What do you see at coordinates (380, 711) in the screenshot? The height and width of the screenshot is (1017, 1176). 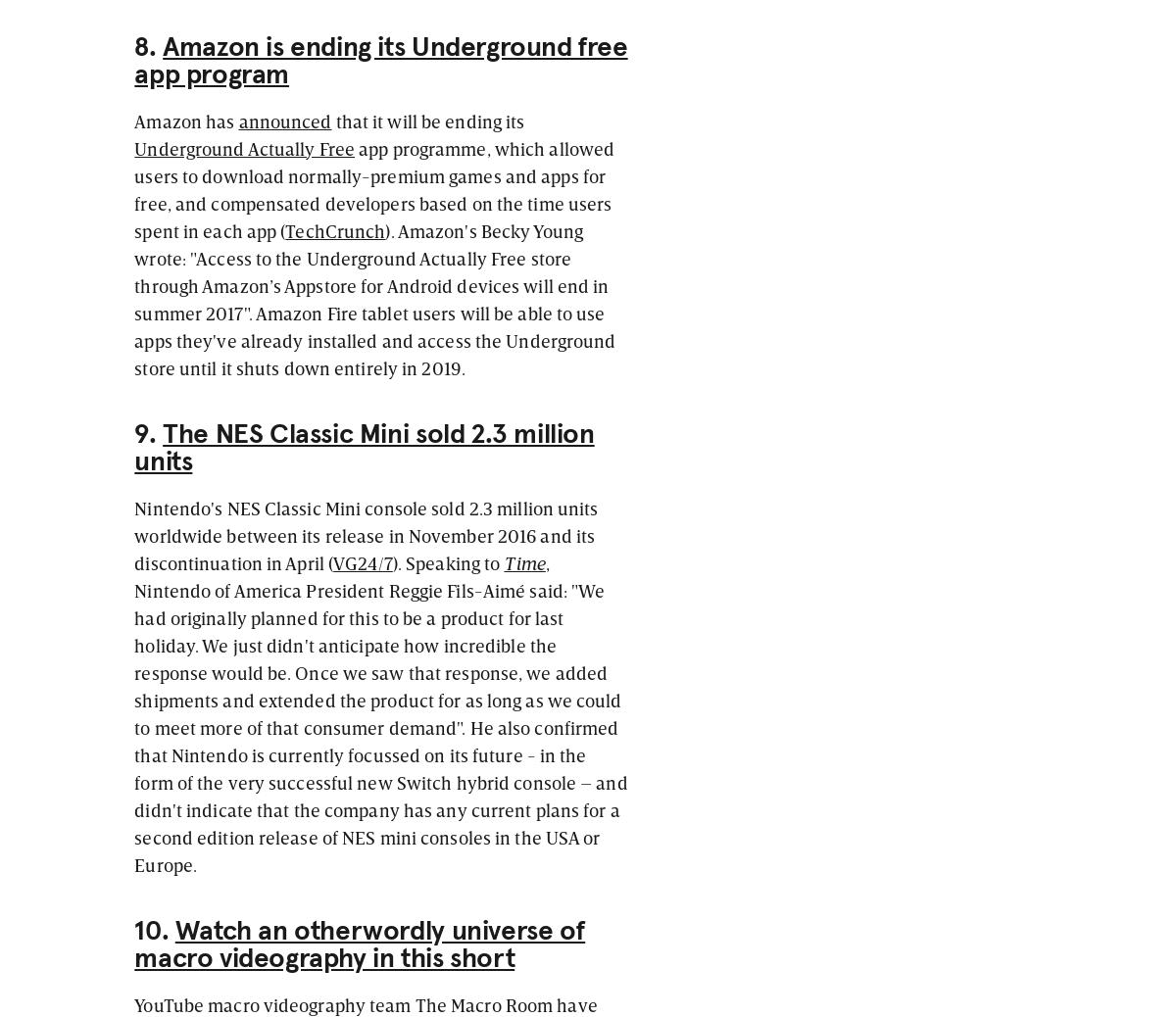 I see `', Nintendo of America President Reggie Fils-Aimé said: "We had originally planned for this to be a product for last holiday. We just didn't anticipate how incredible the response would be. Once we saw that response, we added shipments and extended the product for as long as we could to meet more of that consumer demand". He also confirmed that Nintendo is currently focussed on its future - in the form of the very successful new Switch hybrid console – and didn't indicate that the company has any current plans for a second edition release of NES mini consoles in the USA or Europe.'` at bounding box center [380, 711].